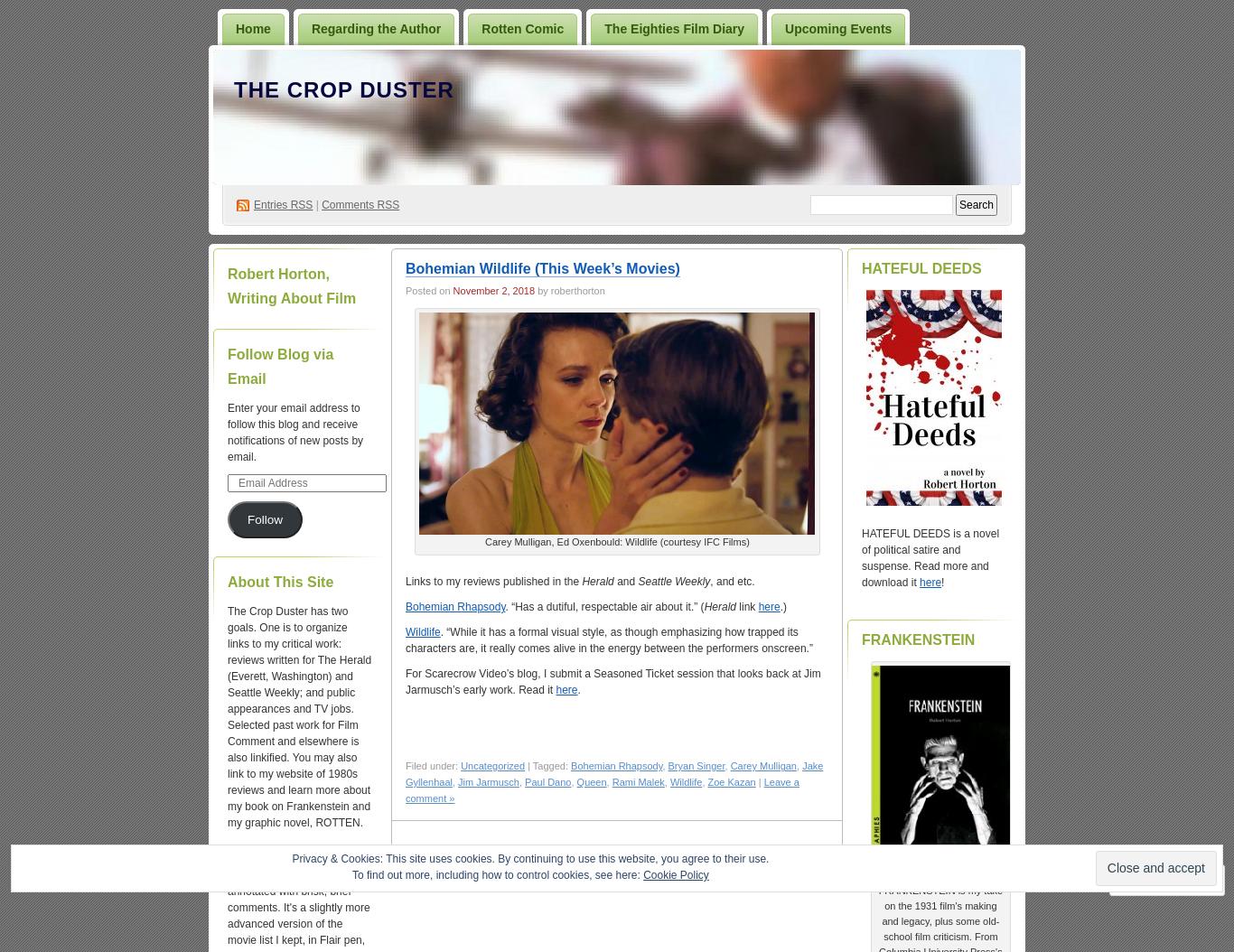  Describe the element at coordinates (625, 581) in the screenshot. I see `'and'` at that location.